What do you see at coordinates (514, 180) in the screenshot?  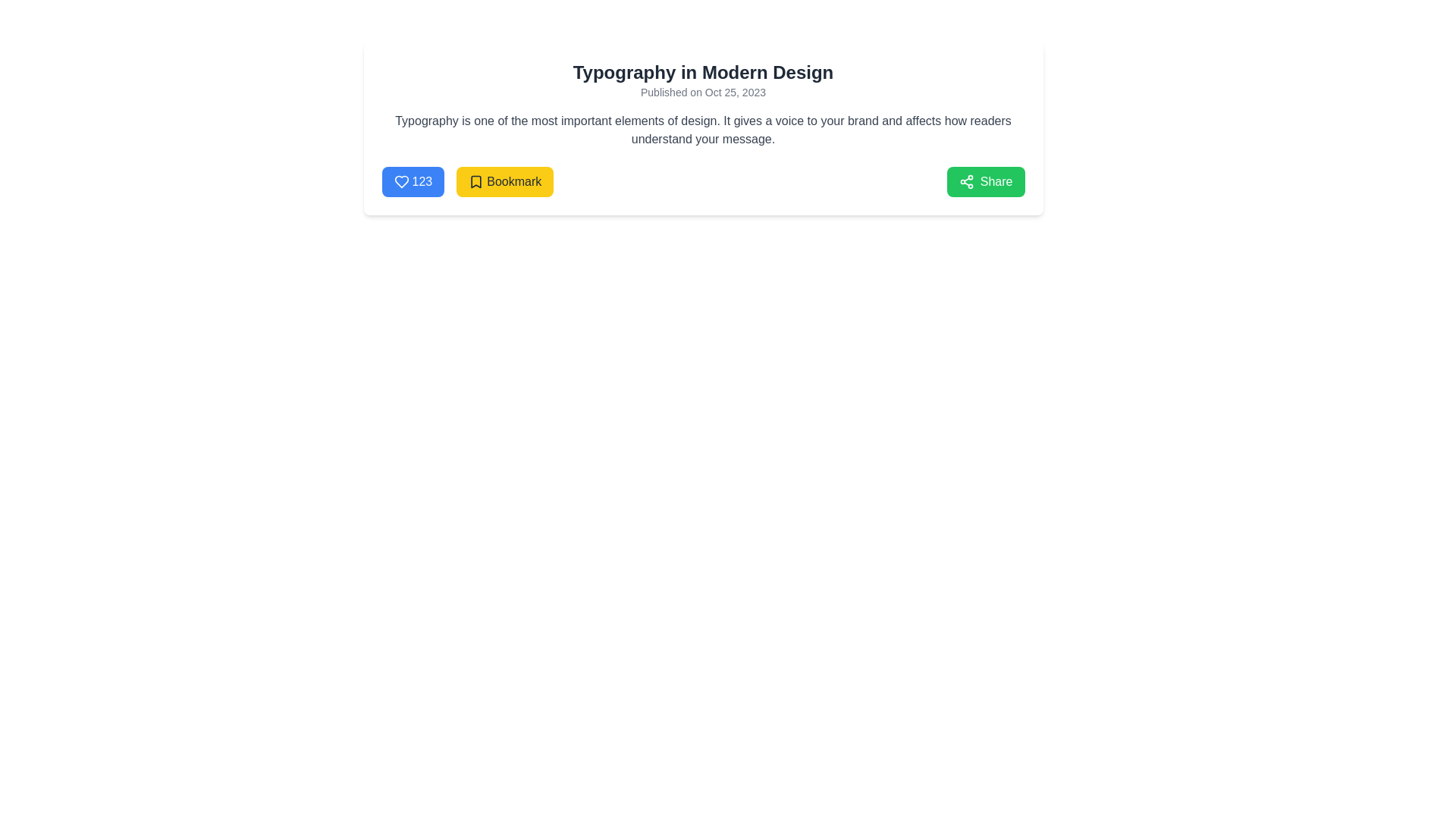 I see `static text label displaying 'Bookmark' within the button styled with a dark gray font on a yellow background, located near the center of the interface` at bounding box center [514, 180].